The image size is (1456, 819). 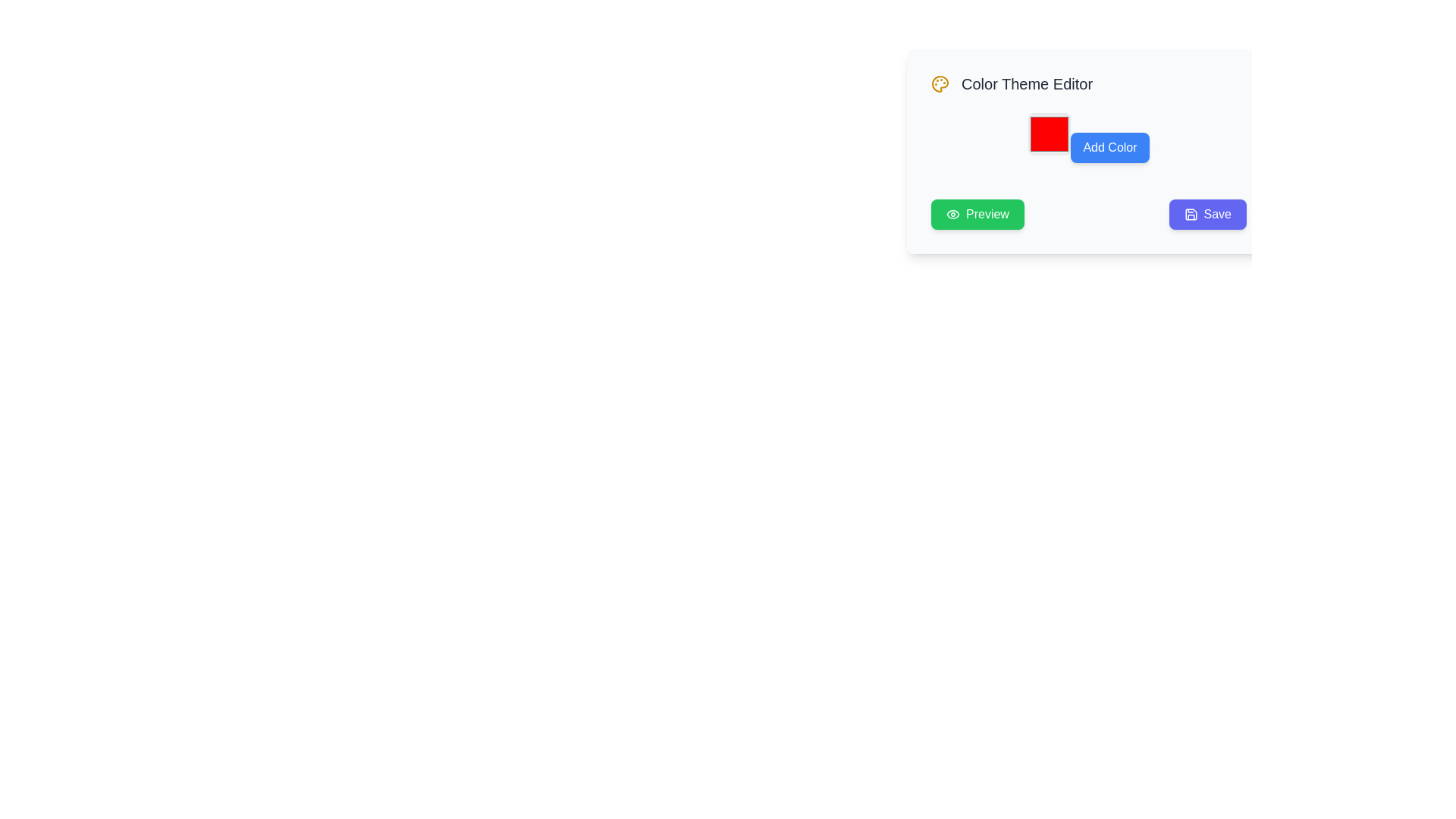 I want to click on the icon located in the bottom-right corner of the UI card, adjacent to the 'Save' button, which has a purple background and signifies saving configurations, so click(x=1190, y=214).